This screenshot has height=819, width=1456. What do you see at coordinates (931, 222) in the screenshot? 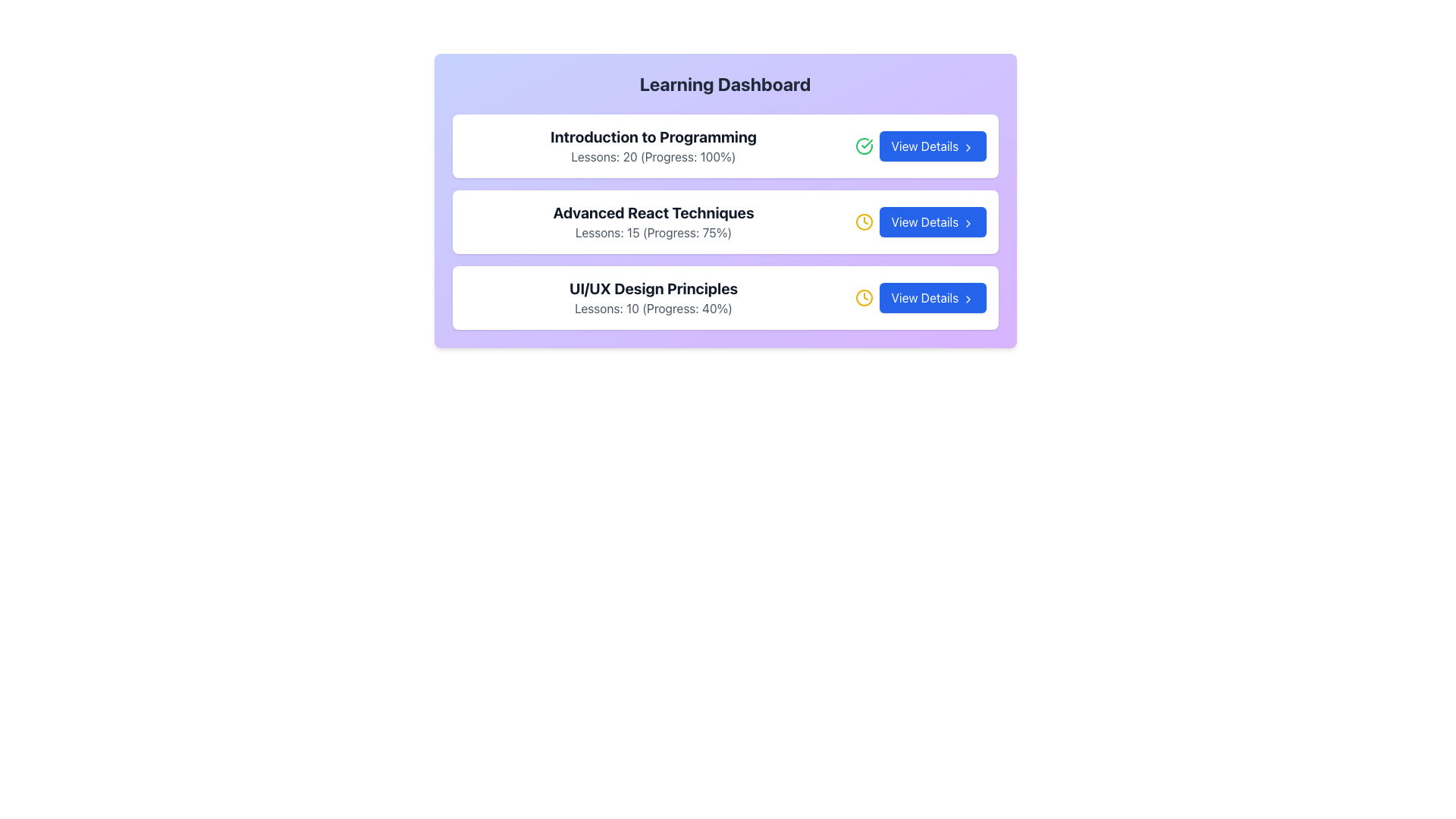
I see `the second button in the series of three buttons on the right side of the 'Advanced React Techniques' row` at bounding box center [931, 222].